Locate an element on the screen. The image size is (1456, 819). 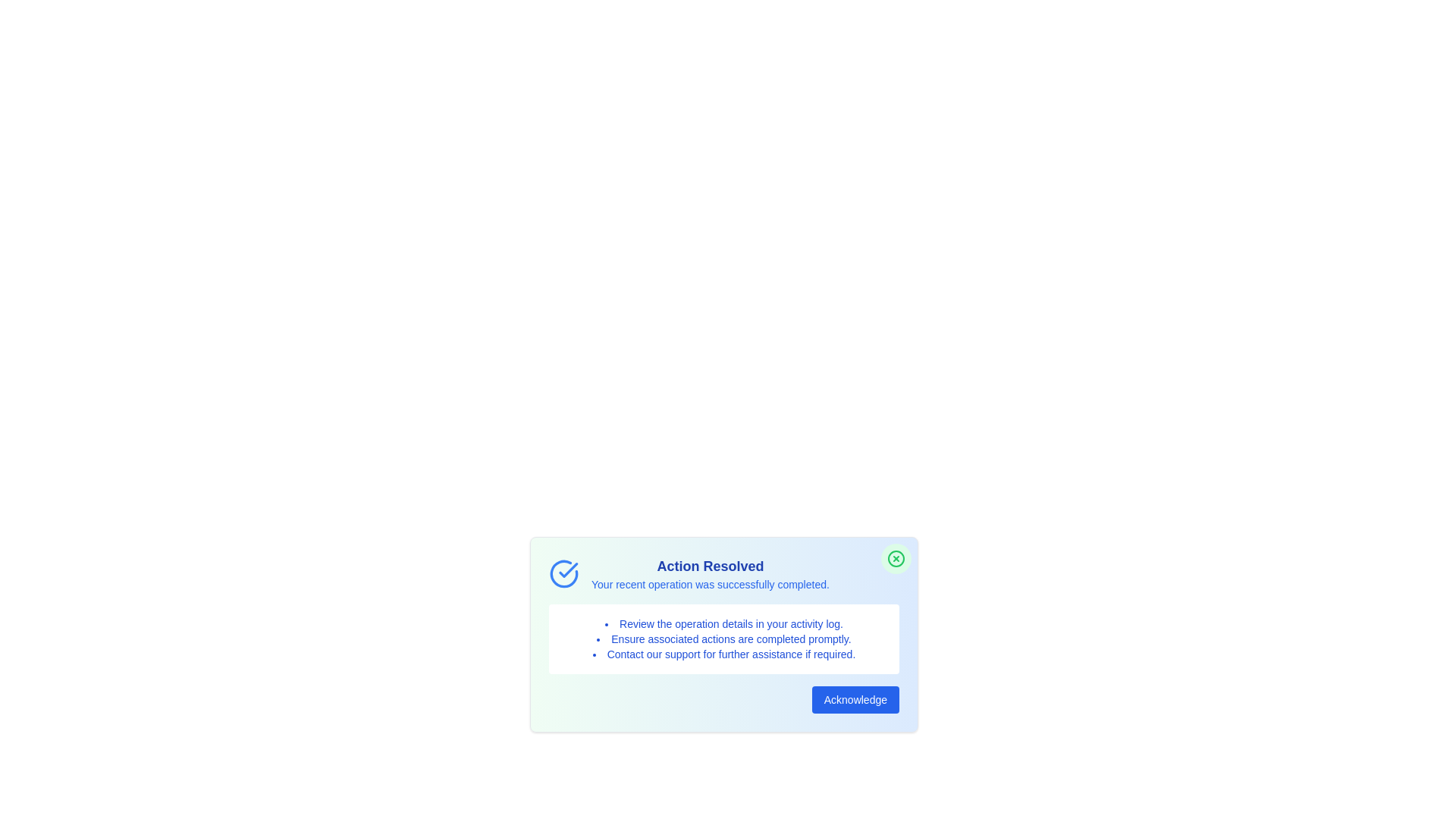
the 'Acknowledge' button to acknowledge the alert is located at coordinates (855, 699).